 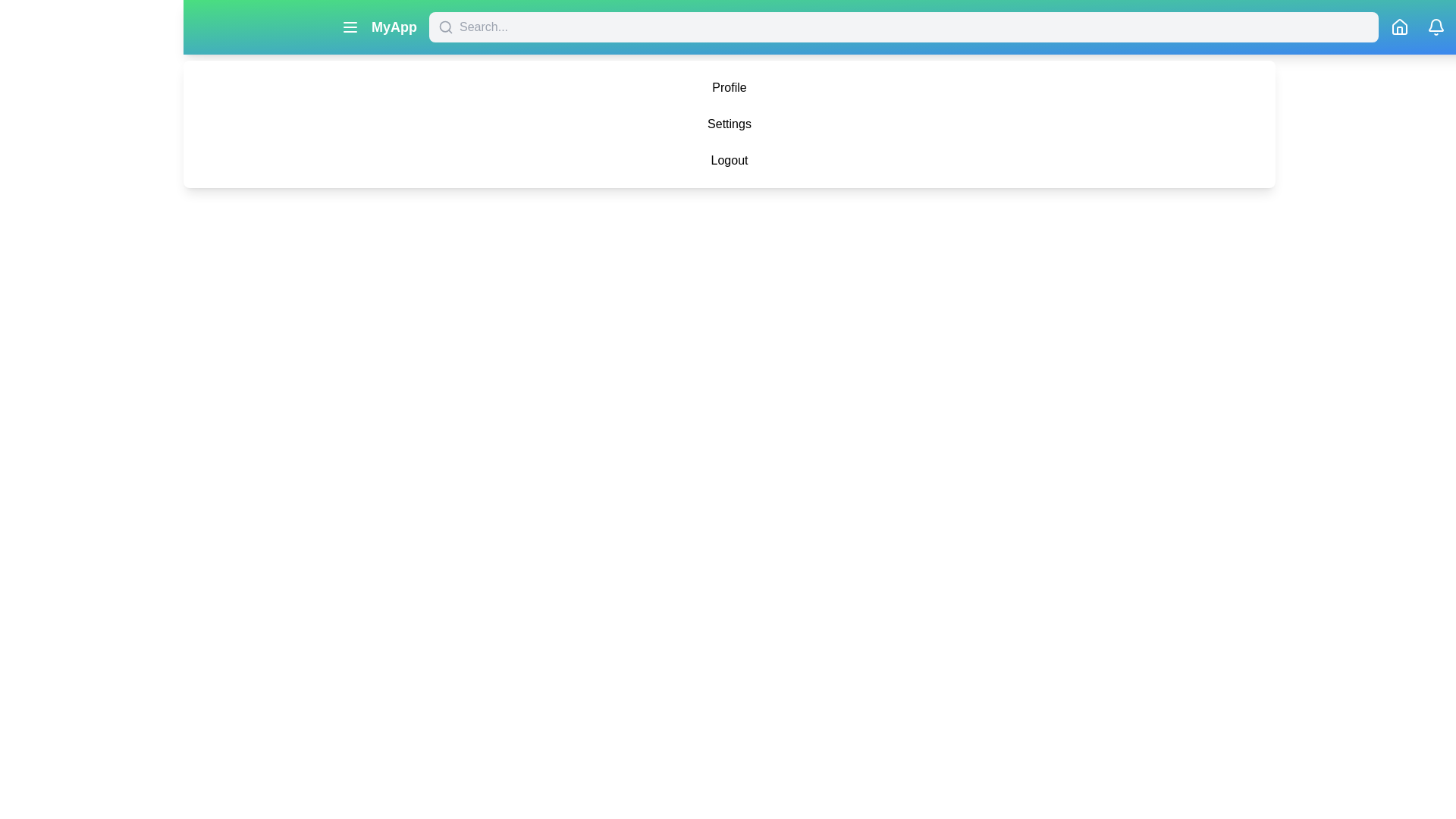 I want to click on the leftmost home navigation icon in the top-right corner of the interface, so click(x=1399, y=27).